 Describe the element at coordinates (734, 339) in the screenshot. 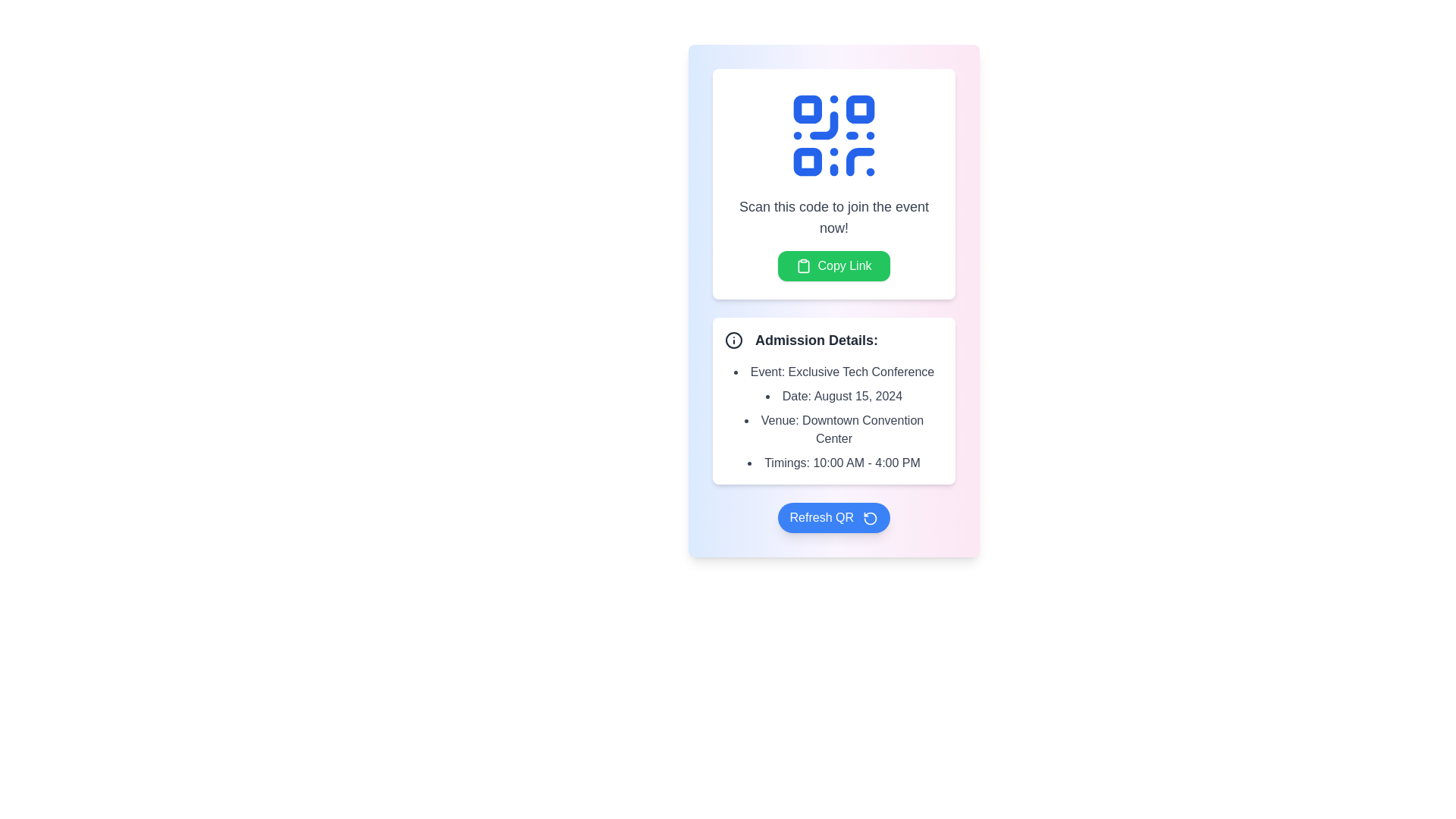

I see `the informational icon located to the immediate left of the text 'Admission Details:', which indicates that further details are available in that section` at that location.